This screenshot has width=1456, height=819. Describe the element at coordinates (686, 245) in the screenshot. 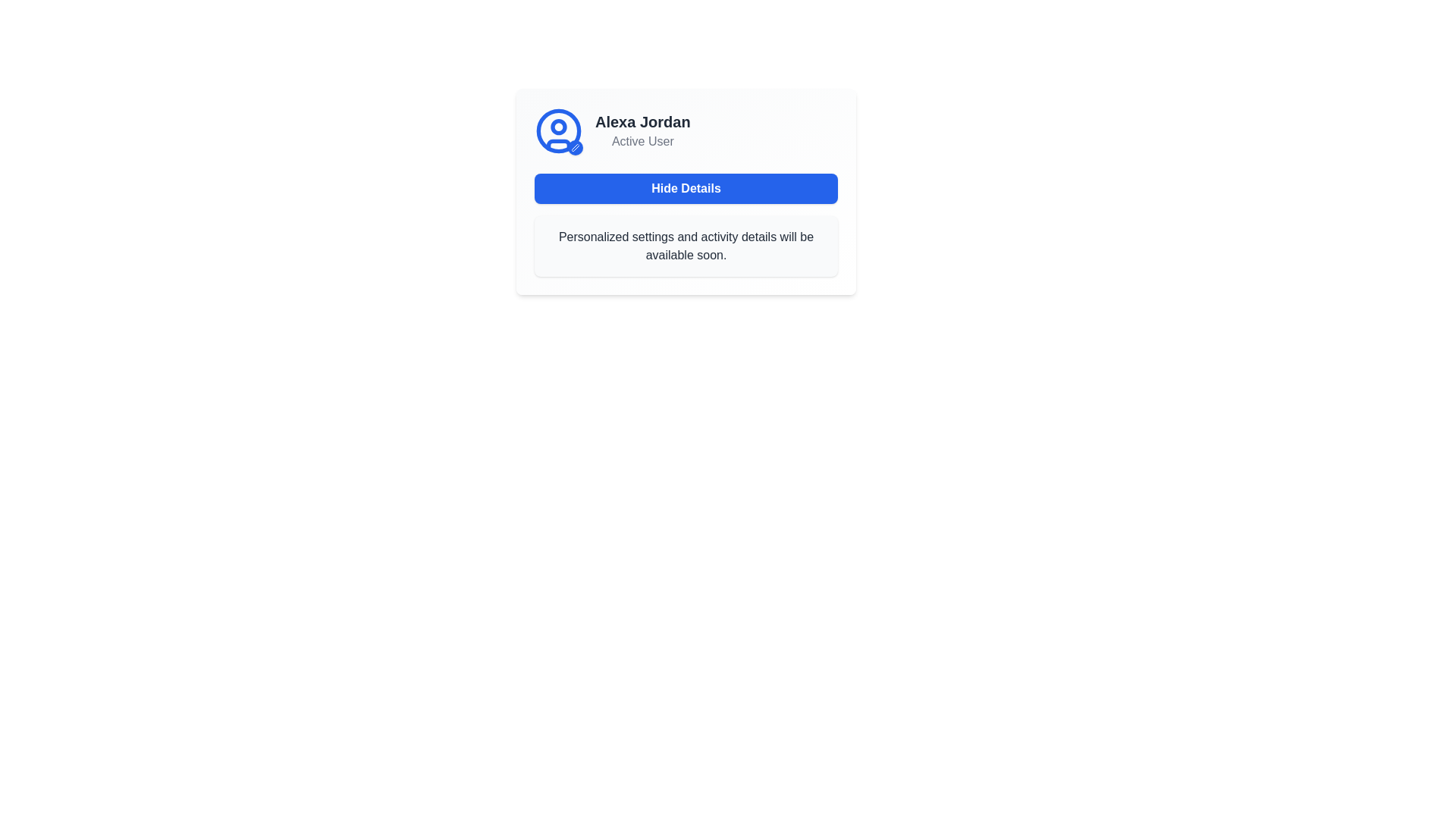

I see `the informational text block located below the blue button labeled 'Hide Details' in the user profile card section` at that location.